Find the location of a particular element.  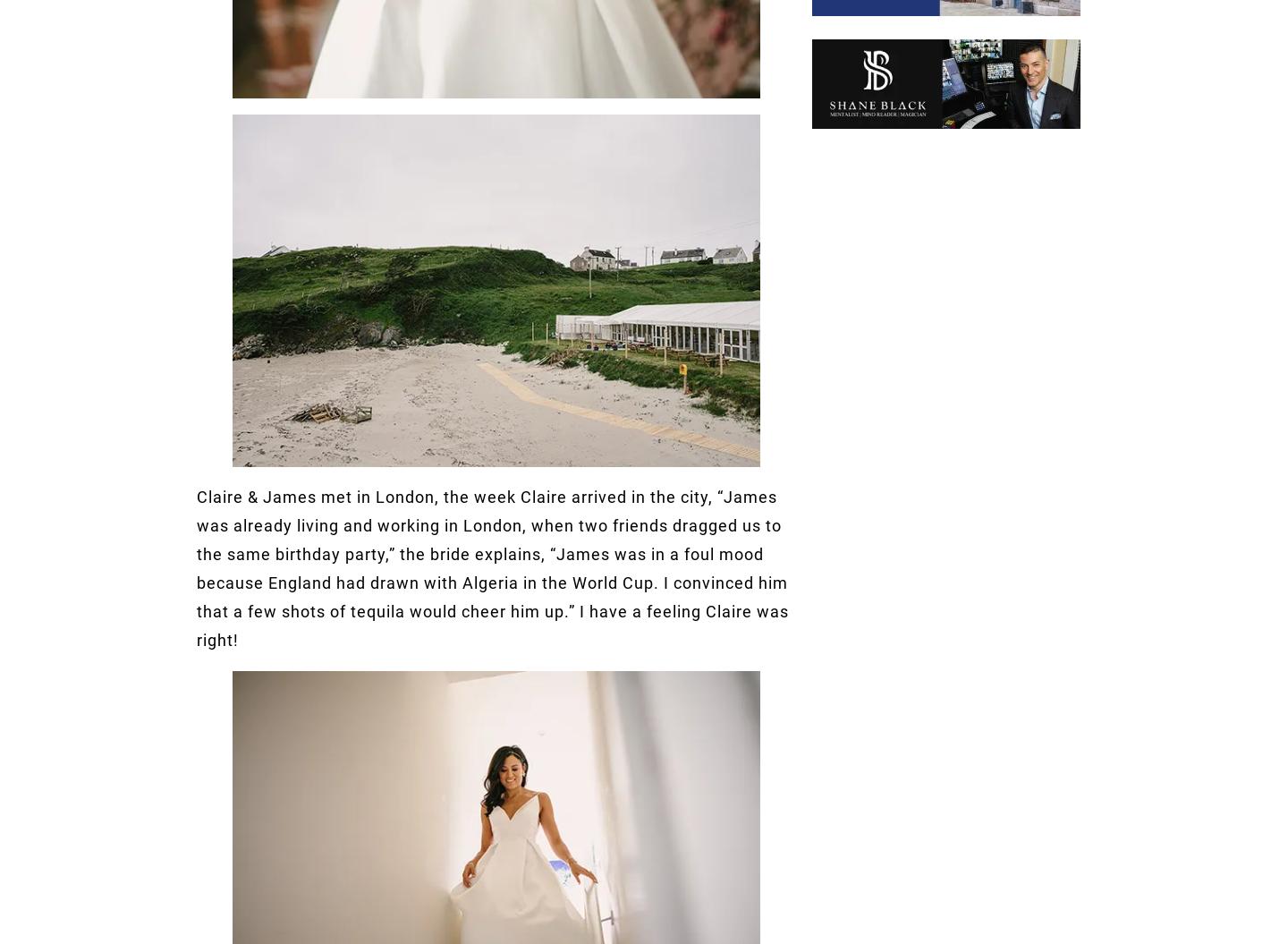

'hello@onefabday.com' is located at coordinates (890, 444).